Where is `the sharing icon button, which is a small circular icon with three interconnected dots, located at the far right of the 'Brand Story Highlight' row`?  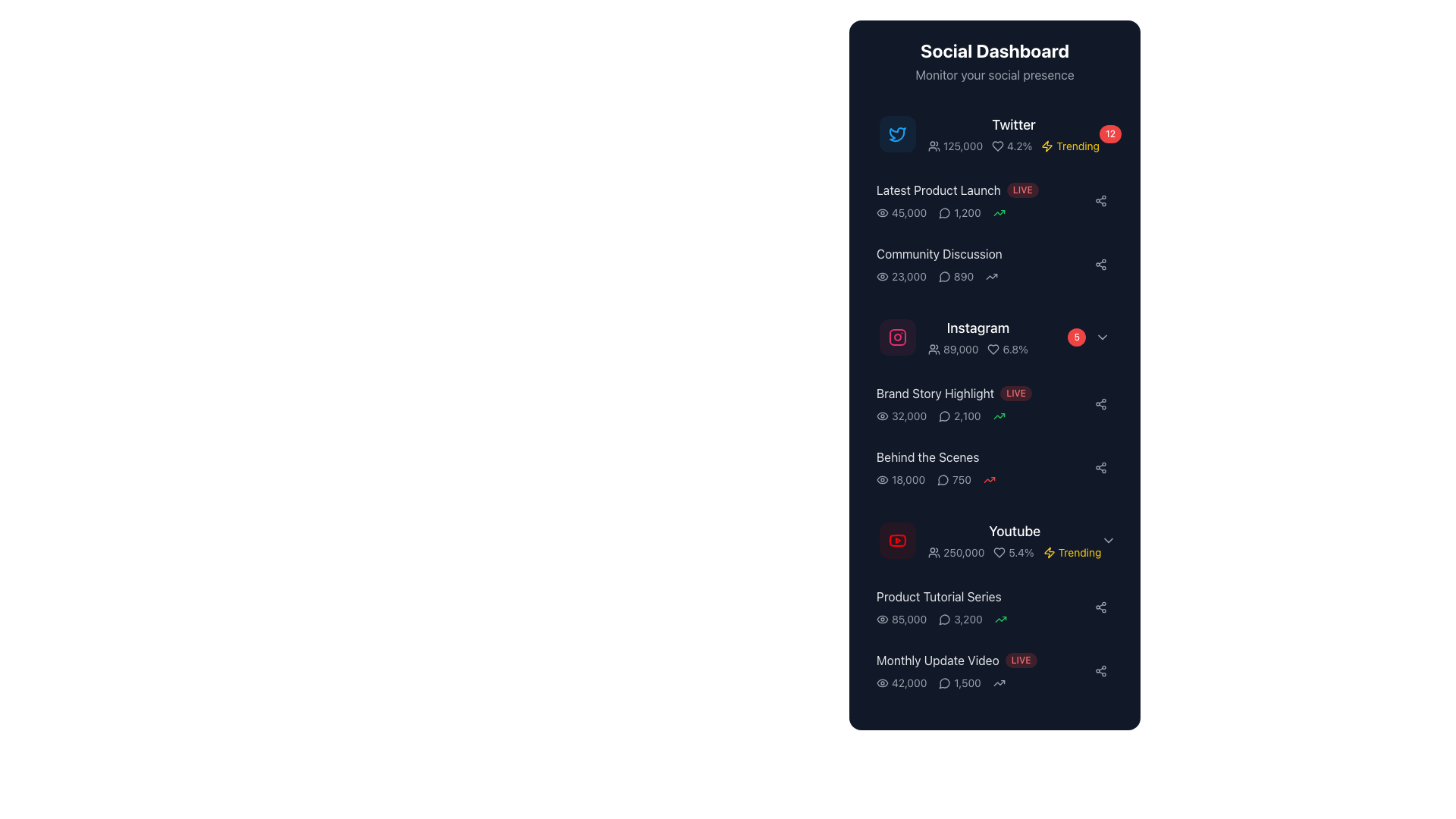 the sharing icon button, which is a small circular icon with three interconnected dots, located at the far right of the 'Brand Story Highlight' row is located at coordinates (1100, 403).